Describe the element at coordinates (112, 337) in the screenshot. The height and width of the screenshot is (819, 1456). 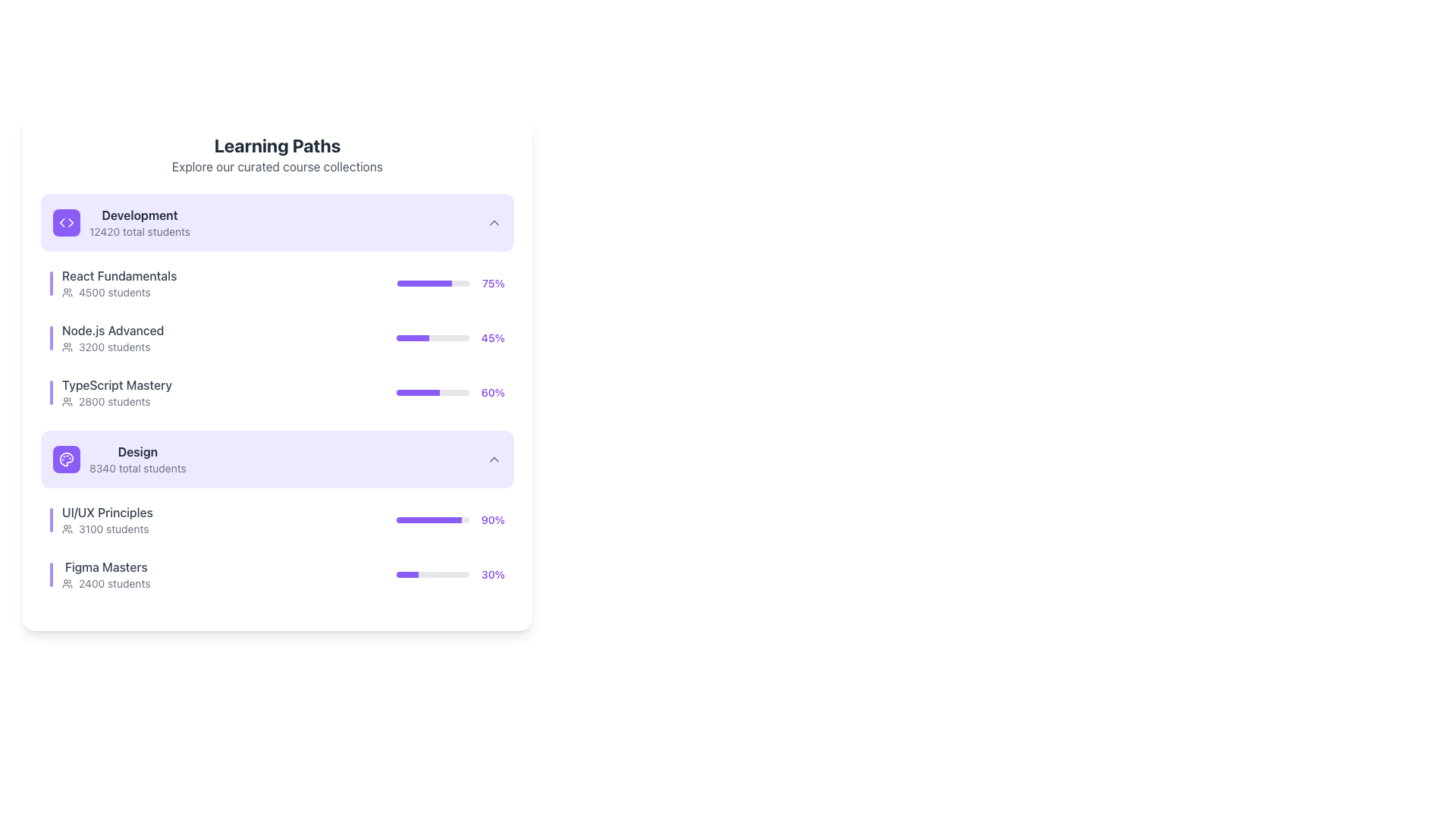
I see `student count for the 'Node.js Advanced' course, which shows '3200 students' next to the course title in the Development section of the Learning Paths menu` at that location.